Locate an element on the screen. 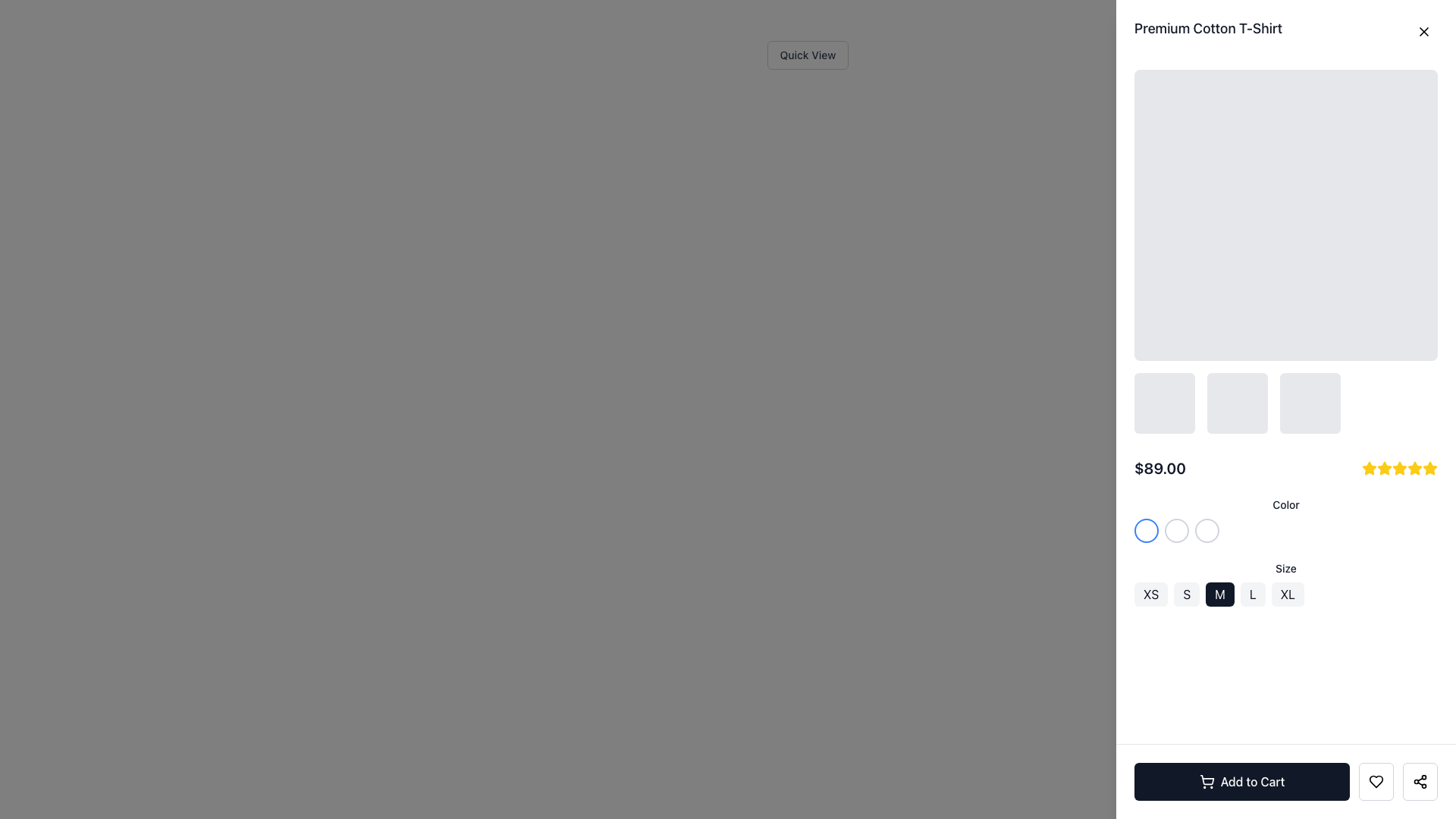 This screenshot has height=819, width=1456. the rectangular button labeled 'XL' with a light gray background is located at coordinates (1287, 593).